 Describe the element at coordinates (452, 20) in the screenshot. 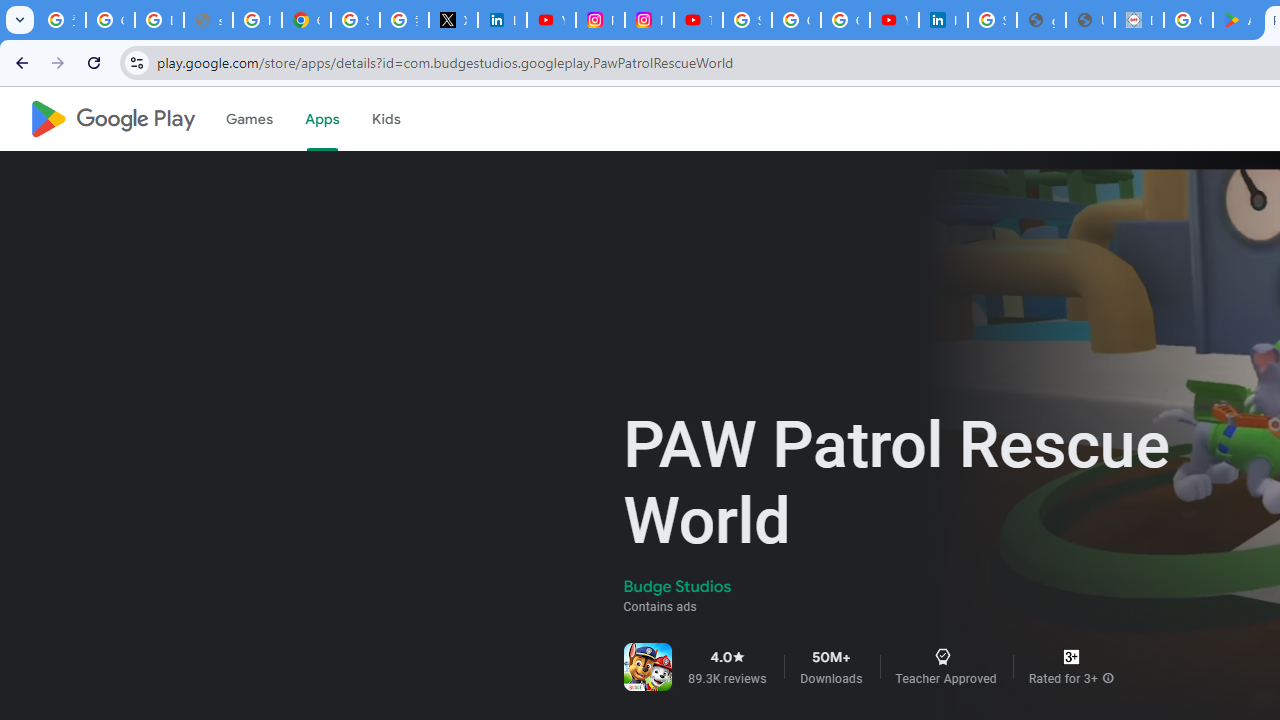

I see `'X'` at that location.